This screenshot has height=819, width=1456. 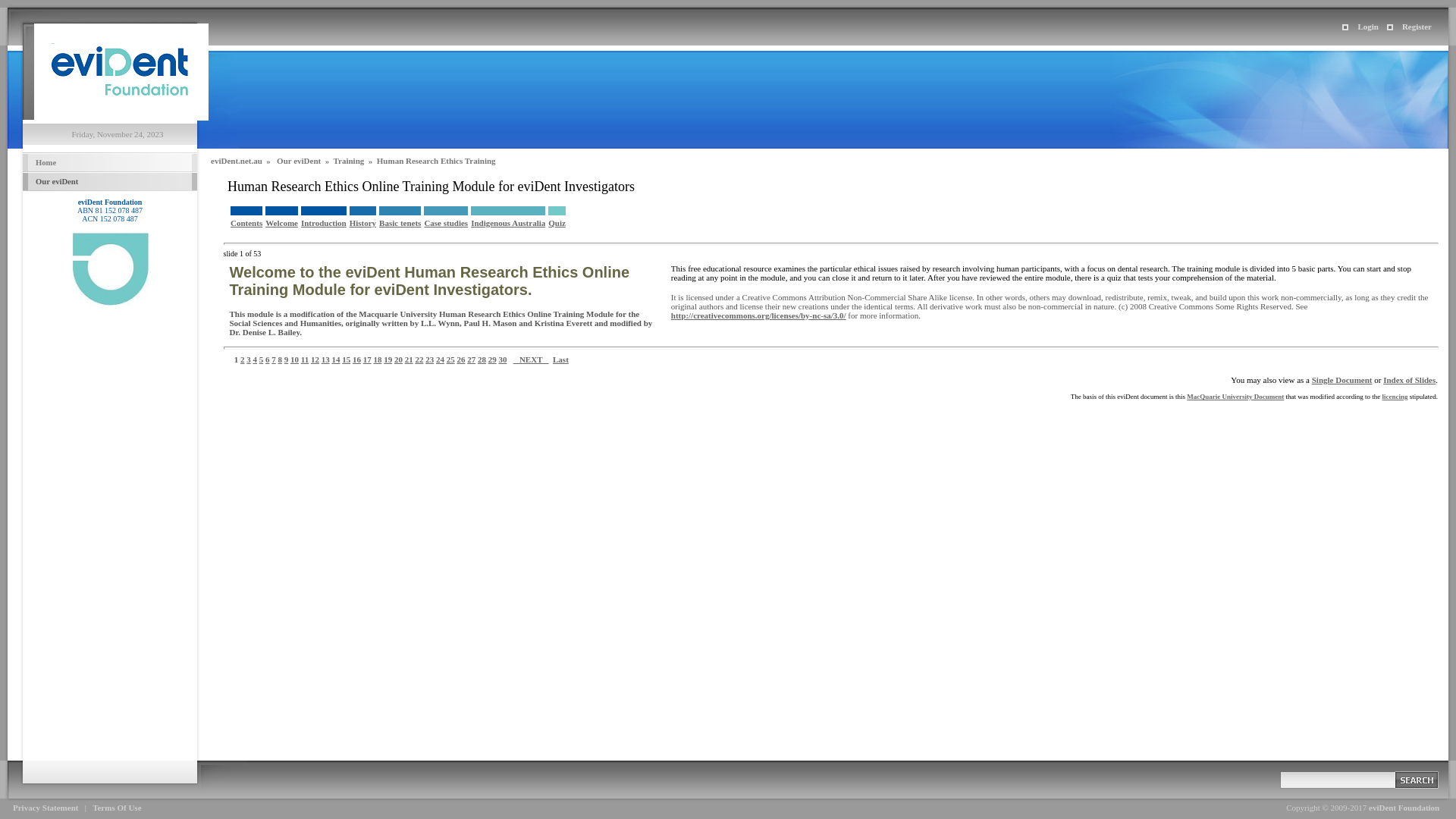 What do you see at coordinates (262, 359) in the screenshot?
I see `'5'` at bounding box center [262, 359].